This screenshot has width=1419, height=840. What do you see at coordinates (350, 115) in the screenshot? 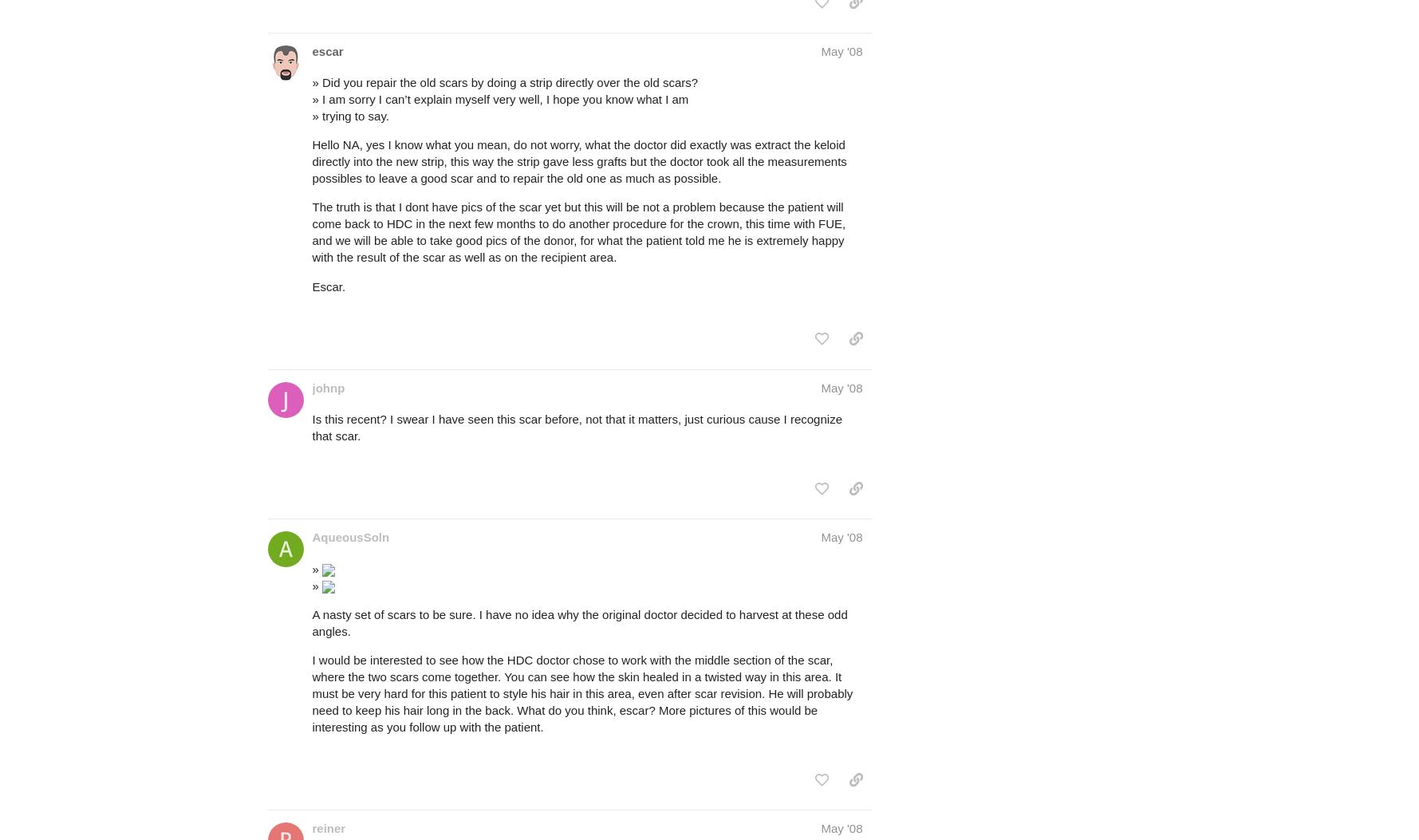
I see `'» trying to say.'` at bounding box center [350, 115].